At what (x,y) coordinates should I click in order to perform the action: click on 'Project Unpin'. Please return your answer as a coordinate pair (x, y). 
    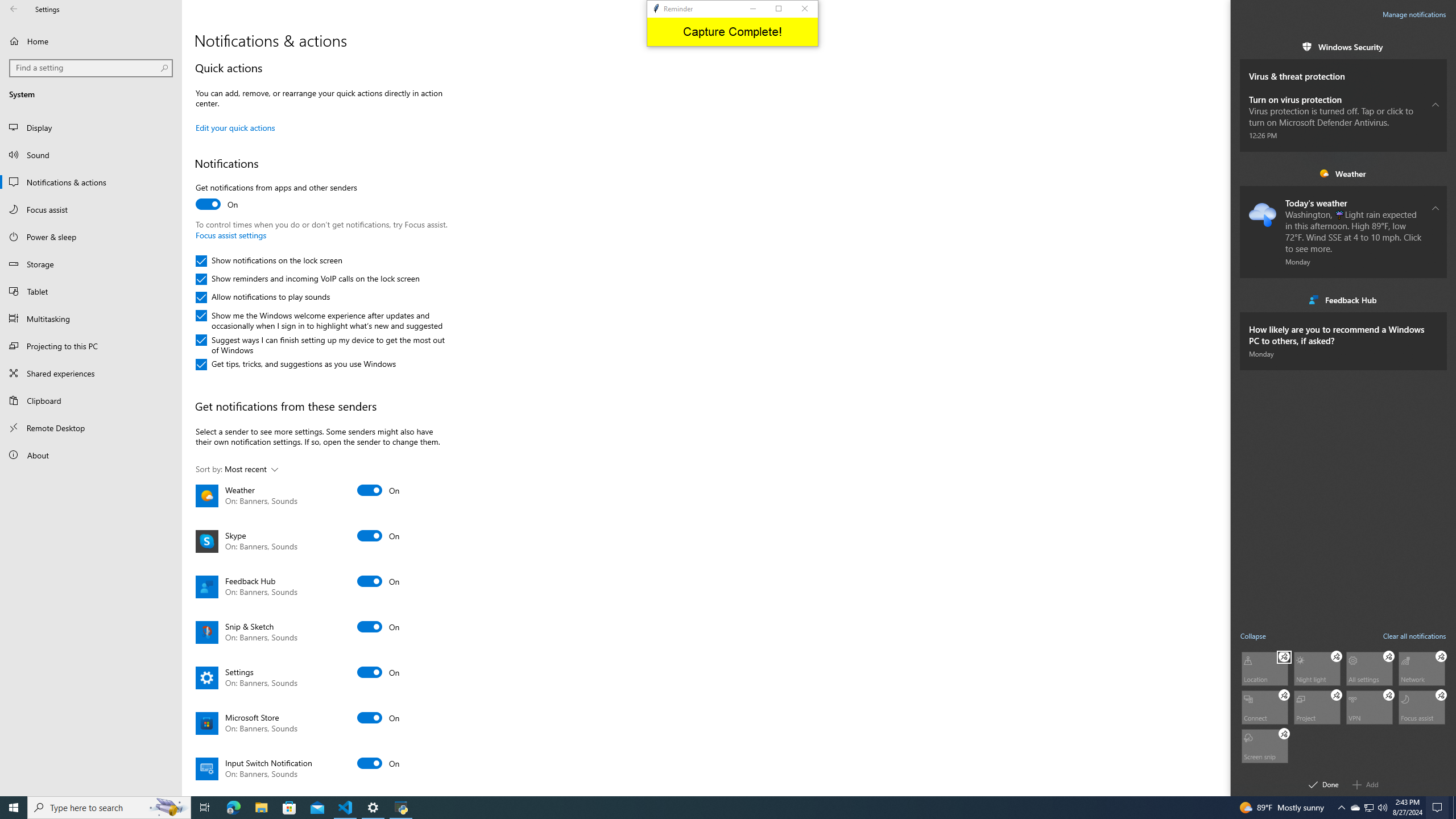
    Looking at the image, I should click on (1336, 694).